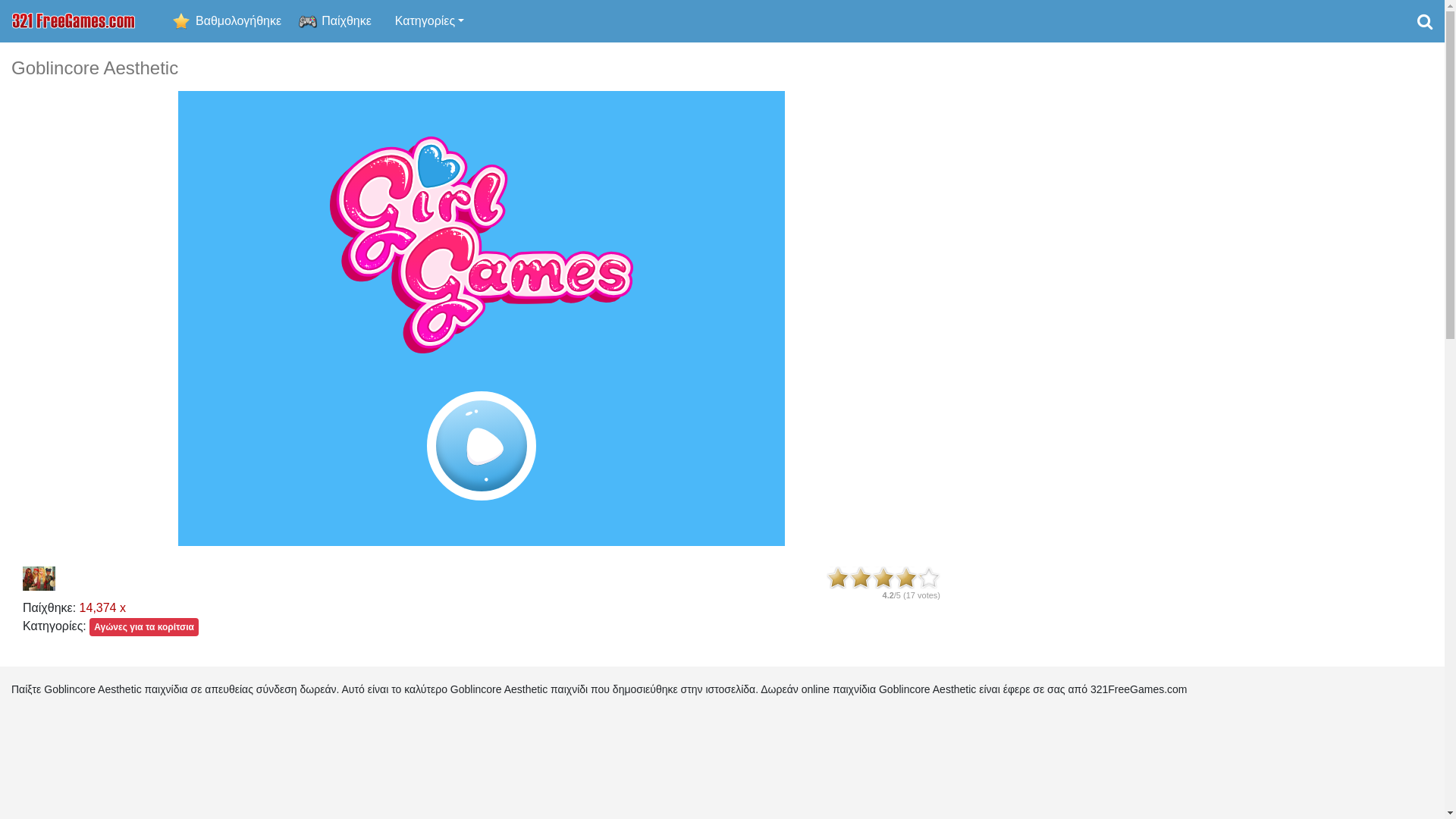 The image size is (1456, 819). What do you see at coordinates (906, 578) in the screenshot?
I see `'4'` at bounding box center [906, 578].